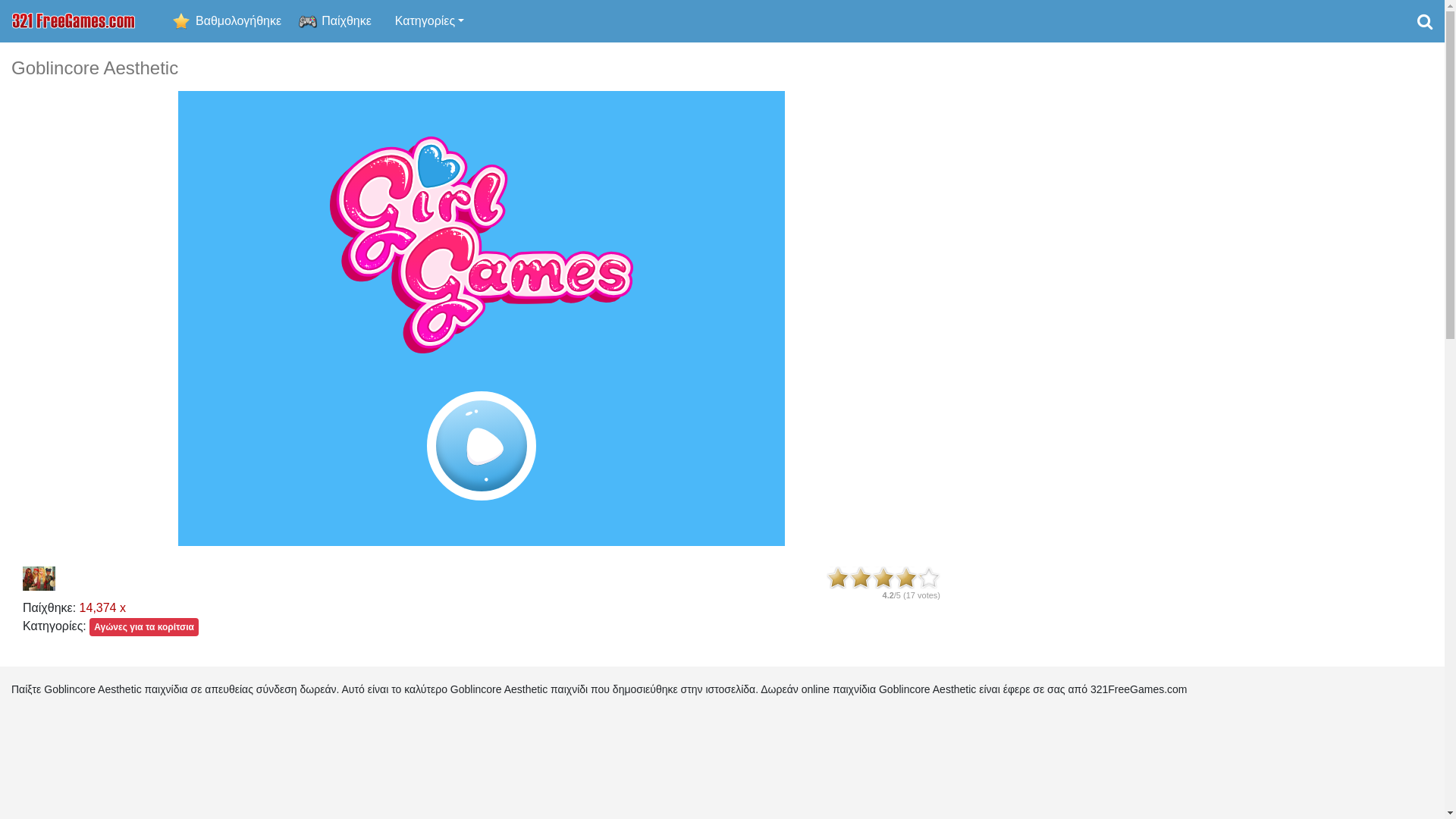 The image size is (1456, 819). What do you see at coordinates (906, 578) in the screenshot?
I see `'4'` at bounding box center [906, 578].